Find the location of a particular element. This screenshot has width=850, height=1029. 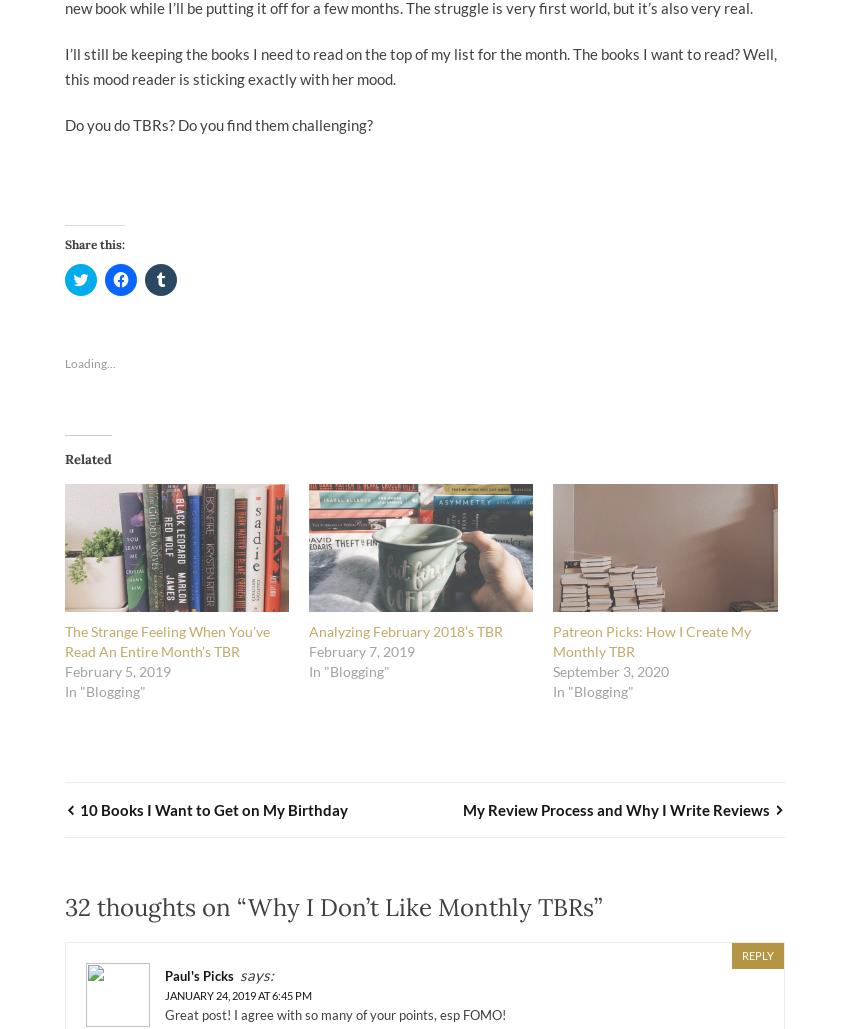

'Paul's Picks' is located at coordinates (198, 975).